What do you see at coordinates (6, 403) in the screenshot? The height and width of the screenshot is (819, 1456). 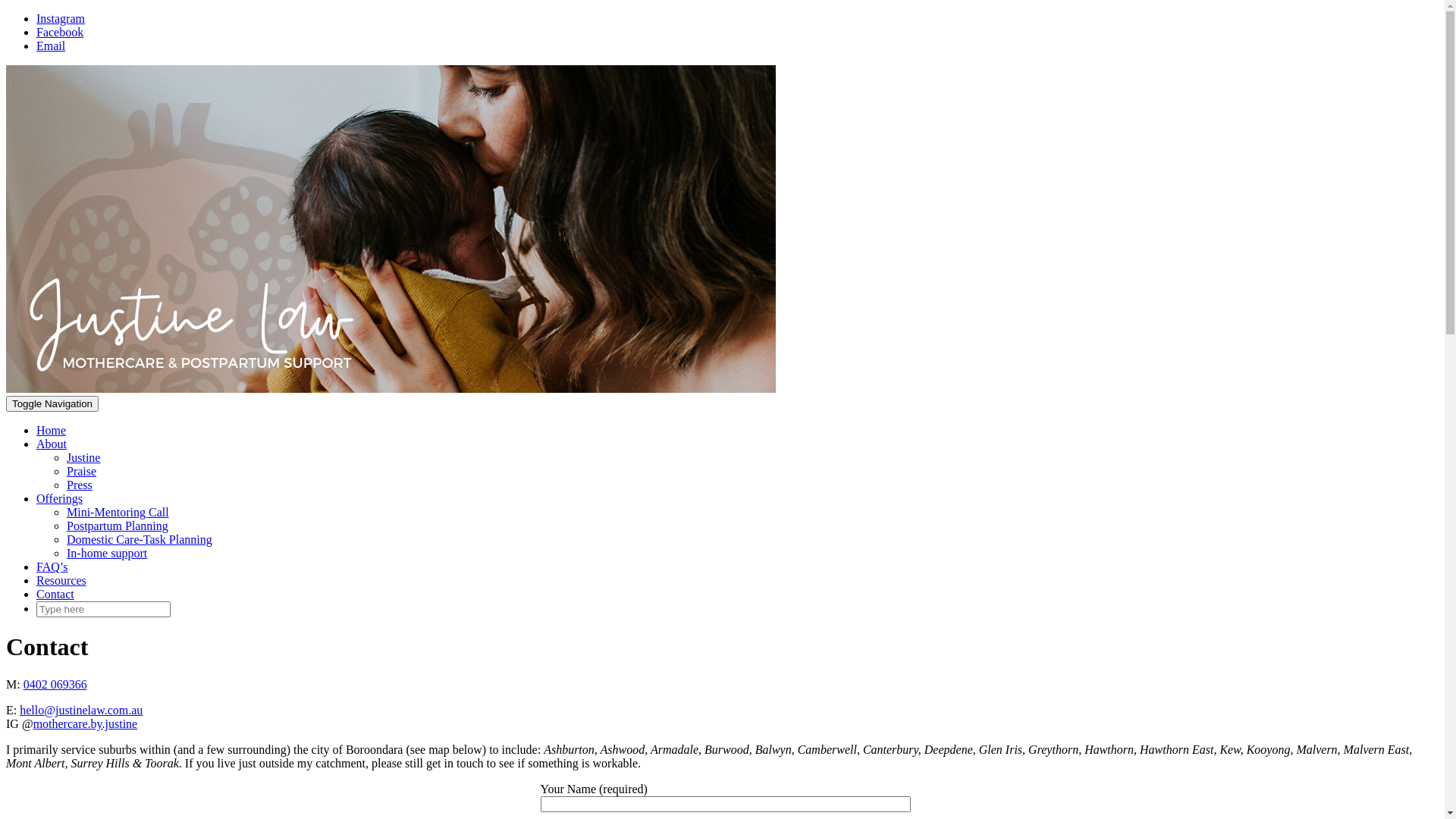 I see `'Toggle Navigation'` at bounding box center [6, 403].